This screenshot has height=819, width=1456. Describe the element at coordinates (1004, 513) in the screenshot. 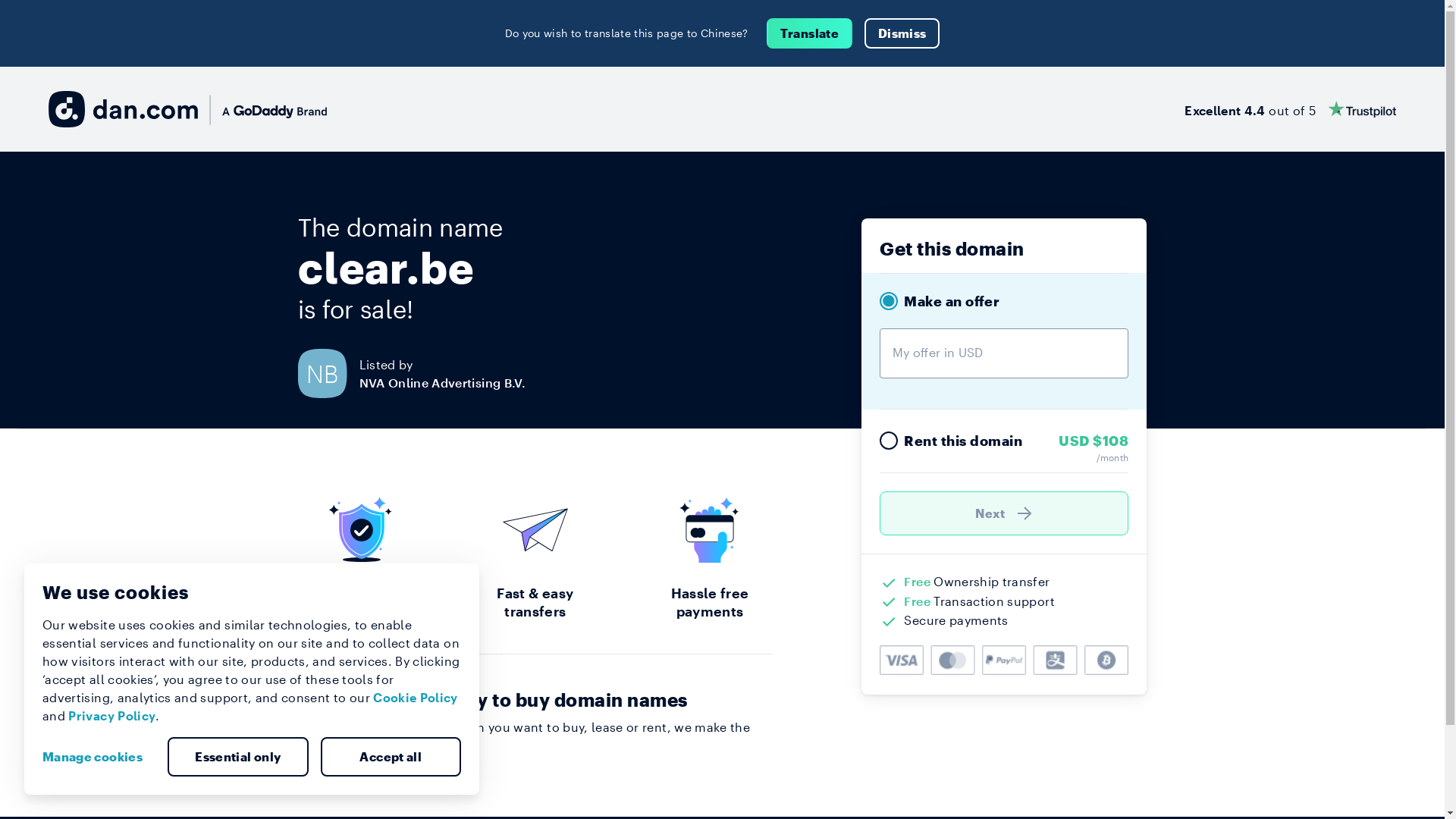

I see `'Next` at that location.